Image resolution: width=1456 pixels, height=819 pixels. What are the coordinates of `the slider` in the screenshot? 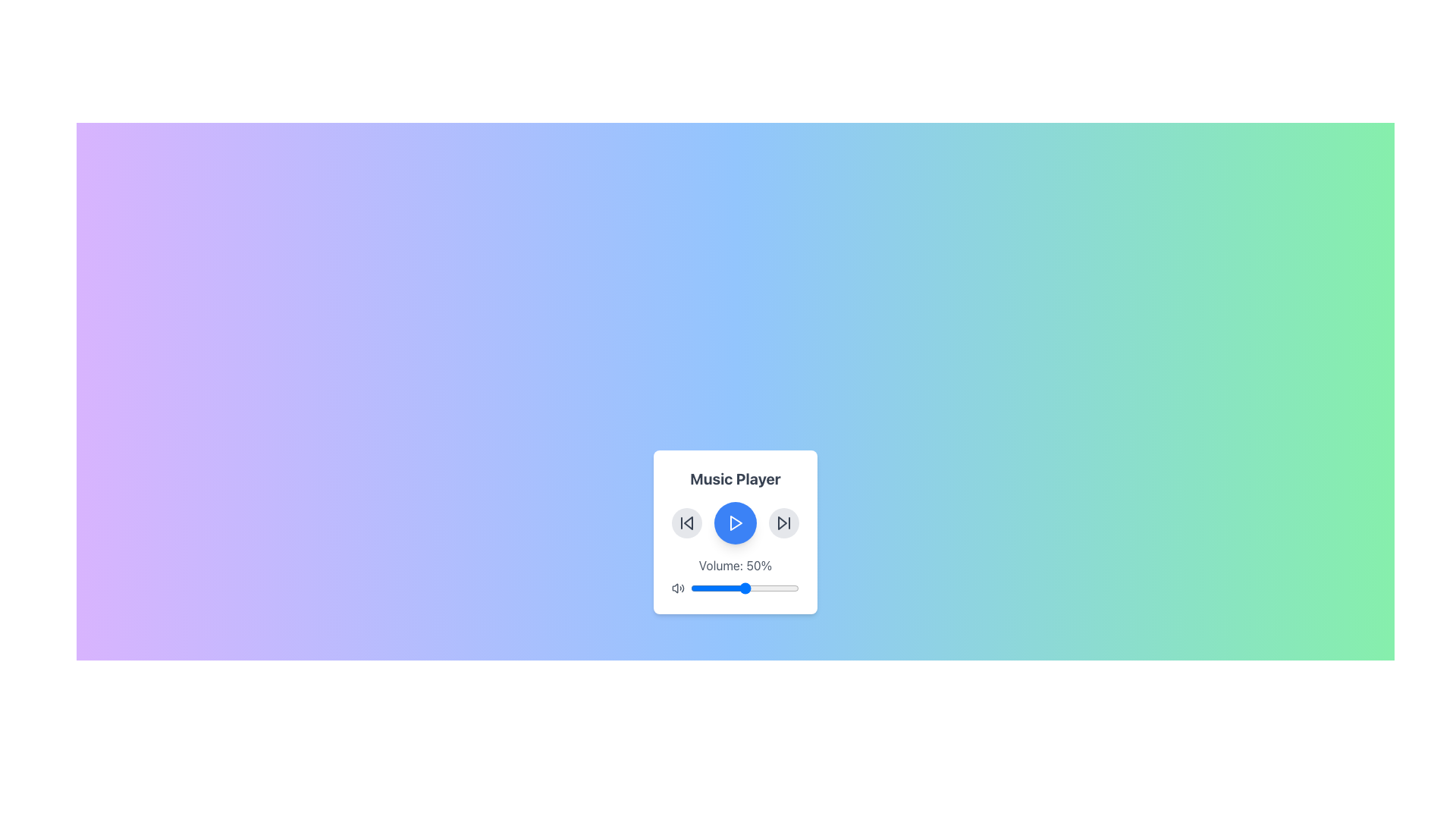 It's located at (708, 587).